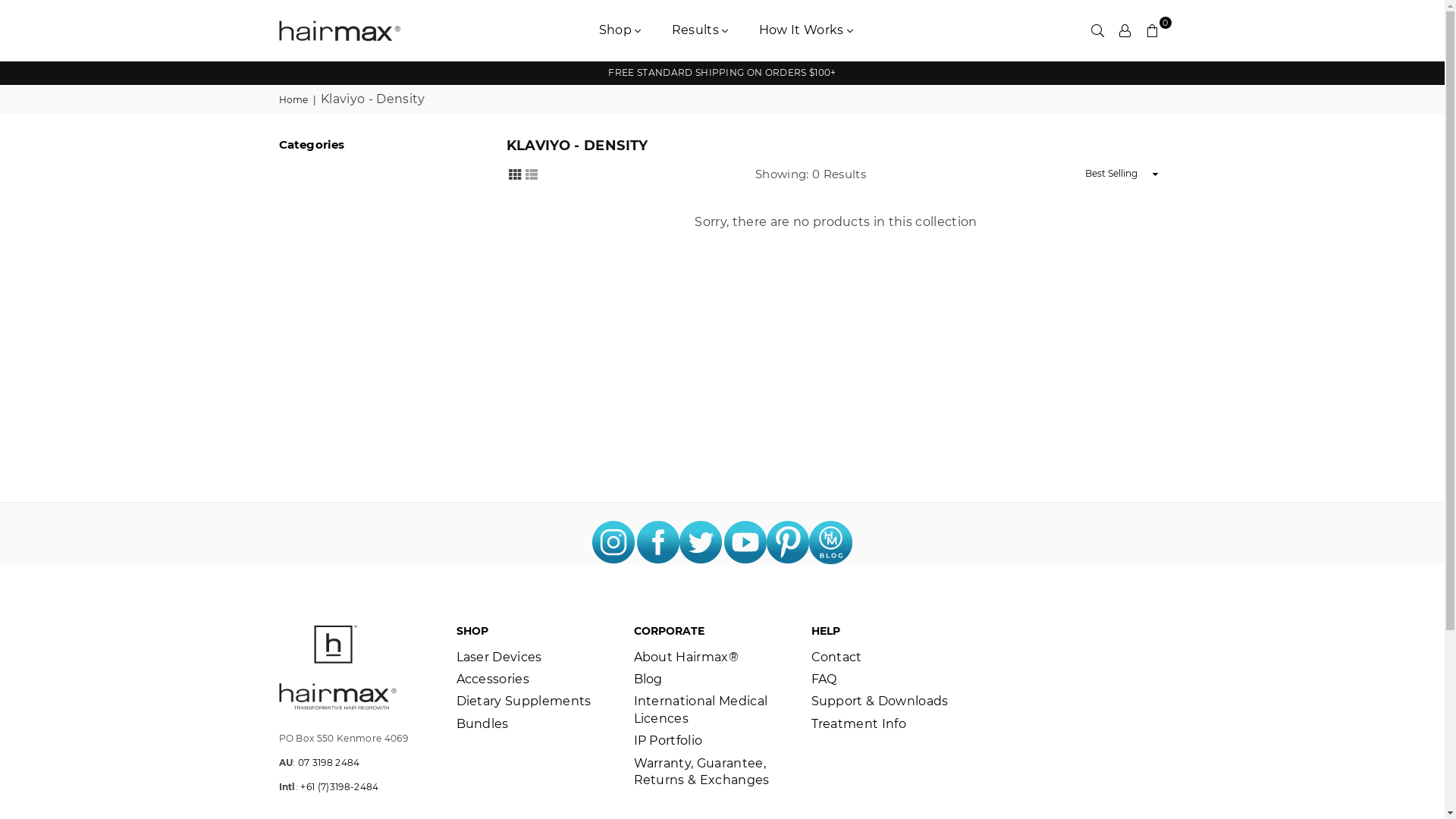 The width and height of the screenshot is (1456, 819). Describe the element at coordinates (811, 701) in the screenshot. I see `'Support & Downloads'` at that location.